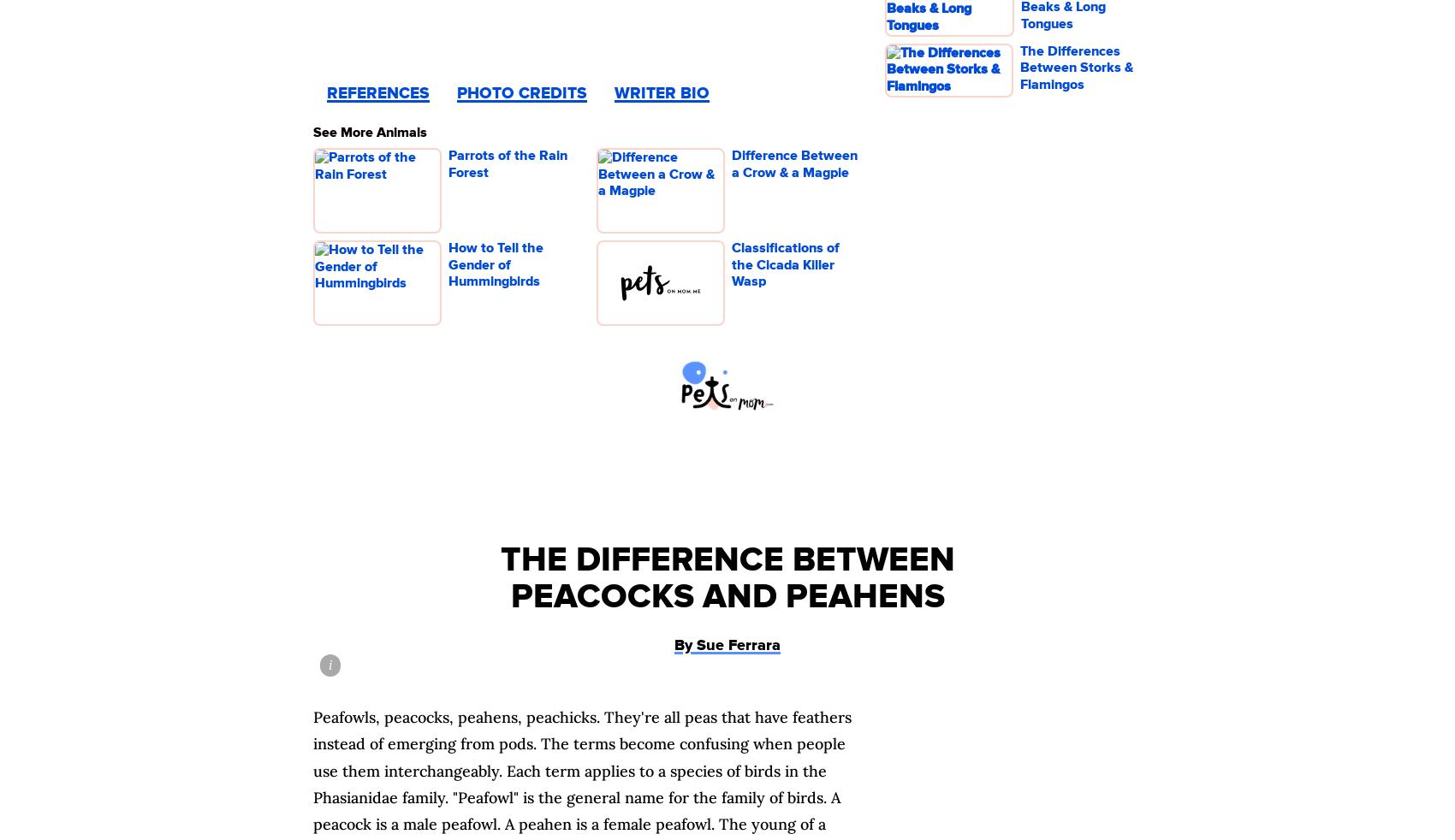 The width and height of the screenshot is (1455, 840). What do you see at coordinates (370, 131) in the screenshot?
I see `'See More Animals'` at bounding box center [370, 131].